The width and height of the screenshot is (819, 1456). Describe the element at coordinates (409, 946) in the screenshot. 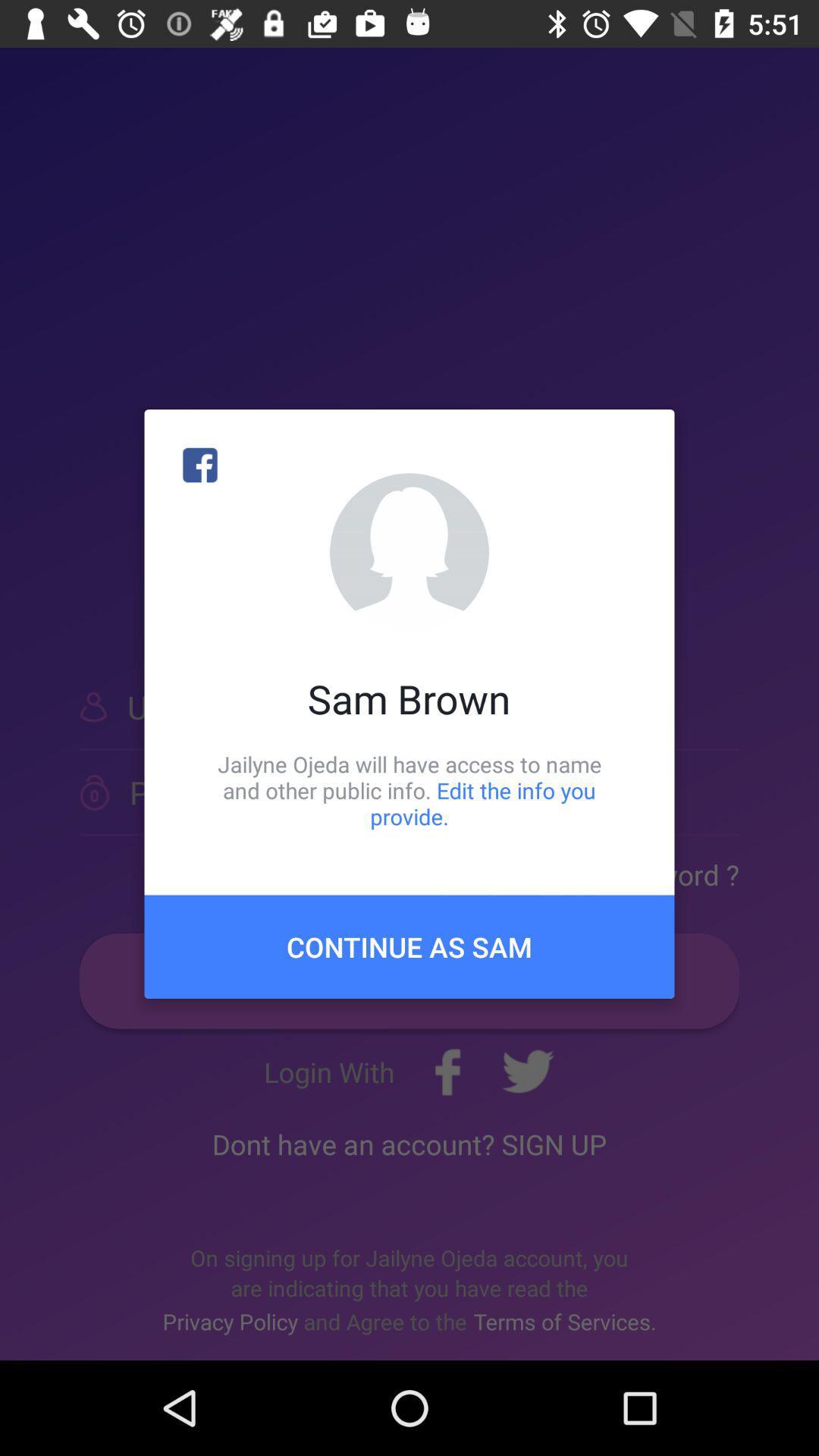

I see `the continue as sam item` at that location.